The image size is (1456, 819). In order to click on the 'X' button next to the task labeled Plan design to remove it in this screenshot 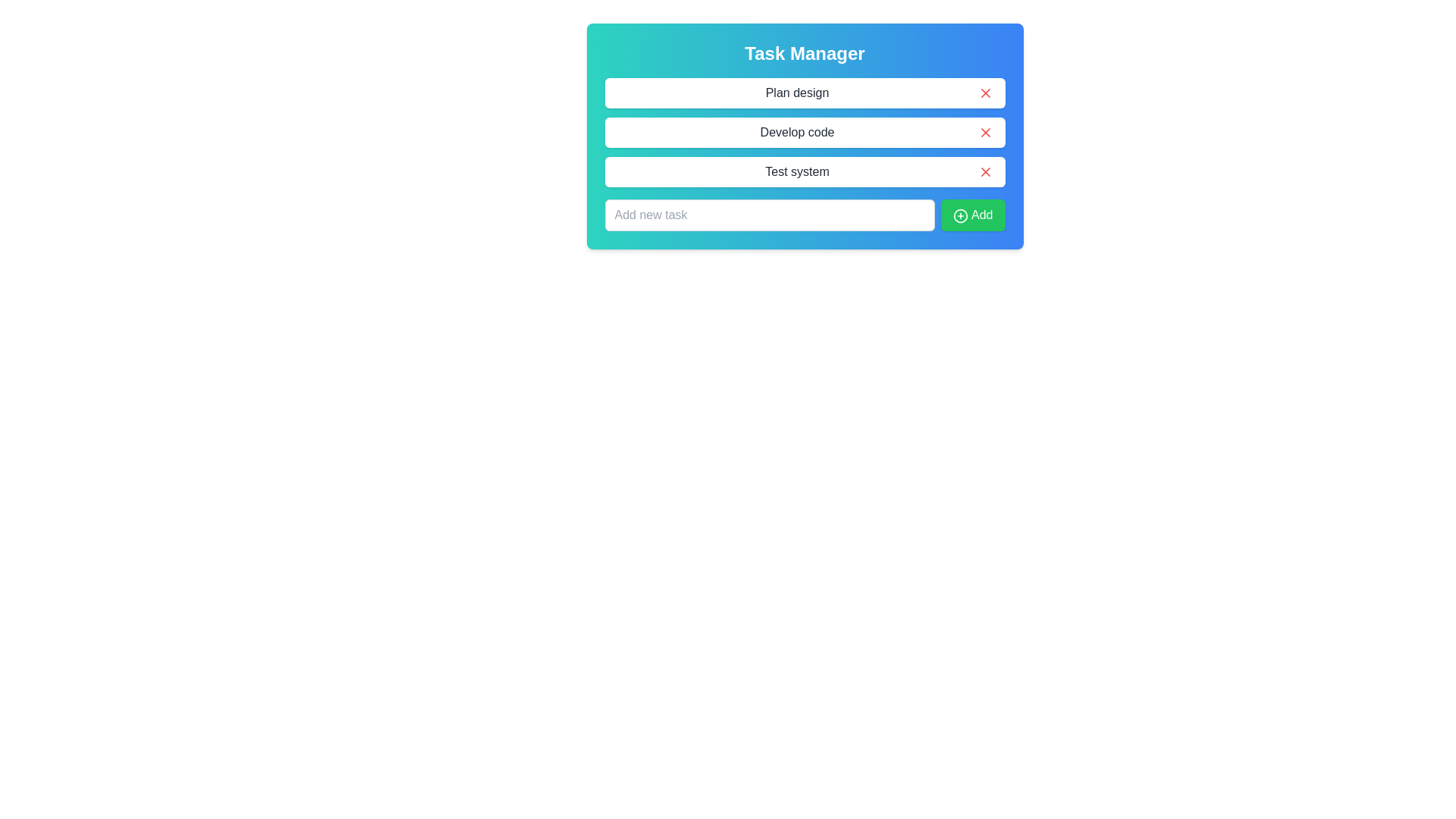, I will do `click(985, 93)`.